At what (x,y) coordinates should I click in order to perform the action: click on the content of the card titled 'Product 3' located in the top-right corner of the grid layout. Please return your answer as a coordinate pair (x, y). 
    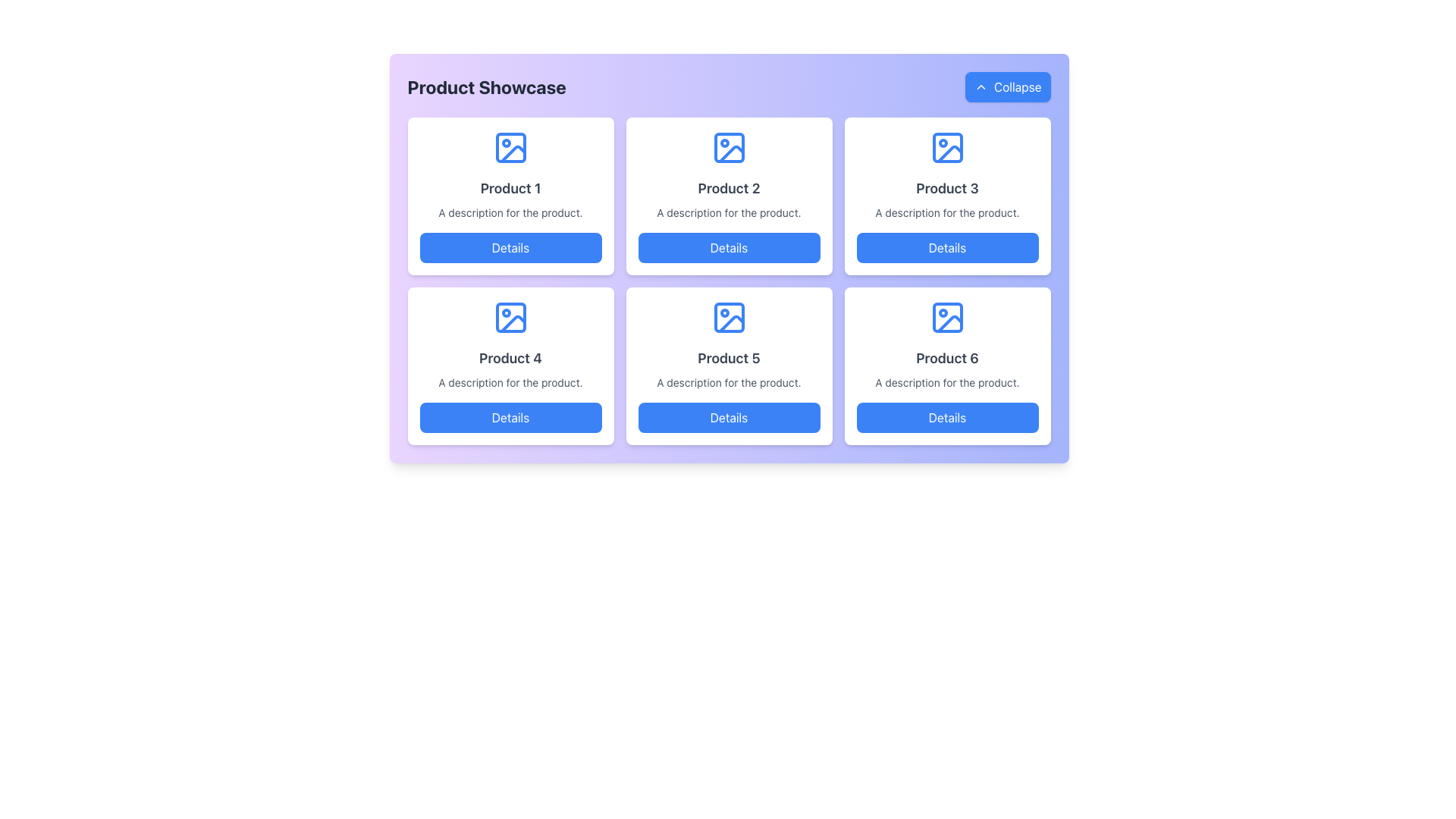
    Looking at the image, I should click on (946, 195).